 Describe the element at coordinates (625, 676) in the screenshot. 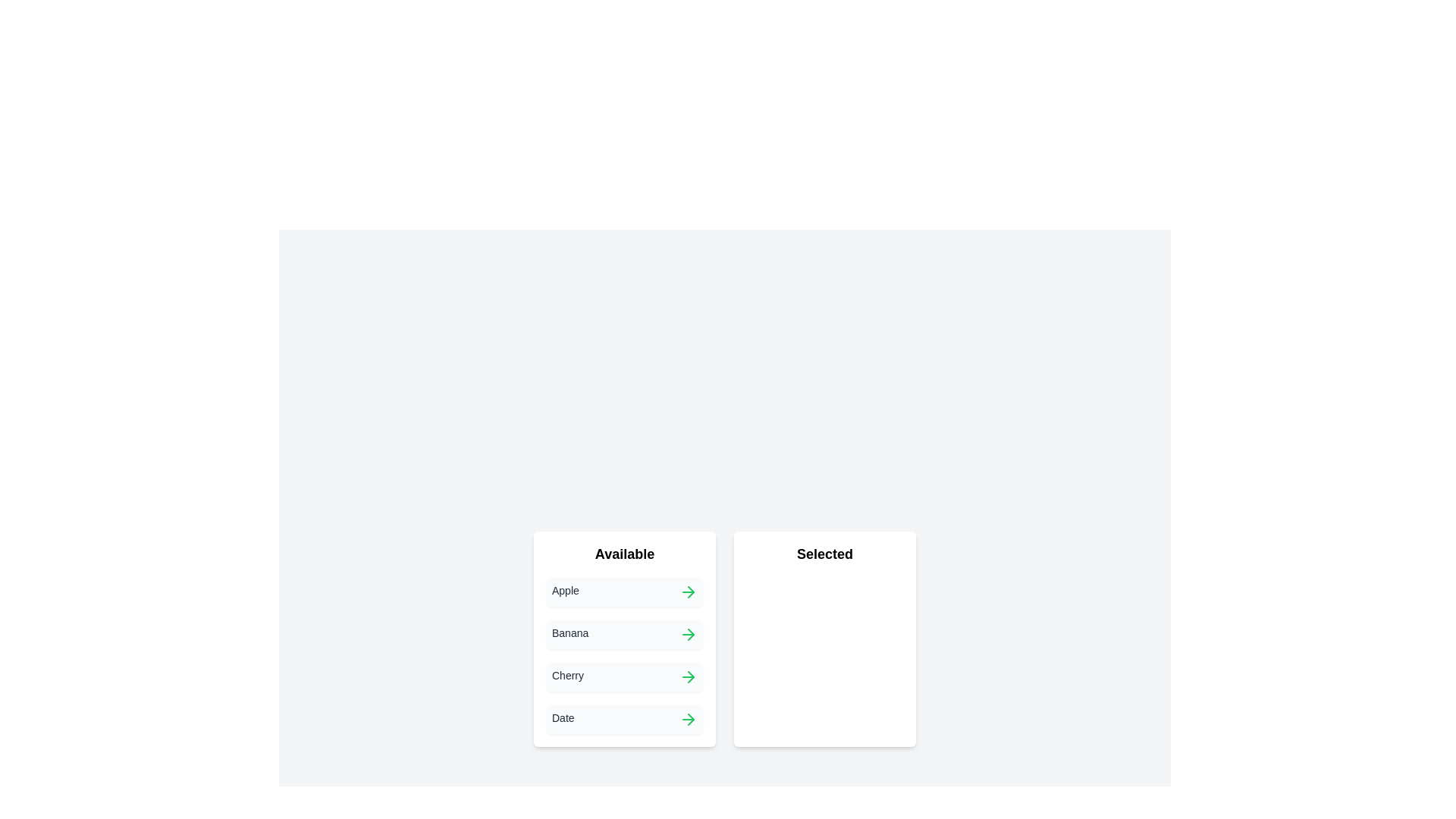

I see `the item Cherry to observe any visual effects or tooltips` at that location.